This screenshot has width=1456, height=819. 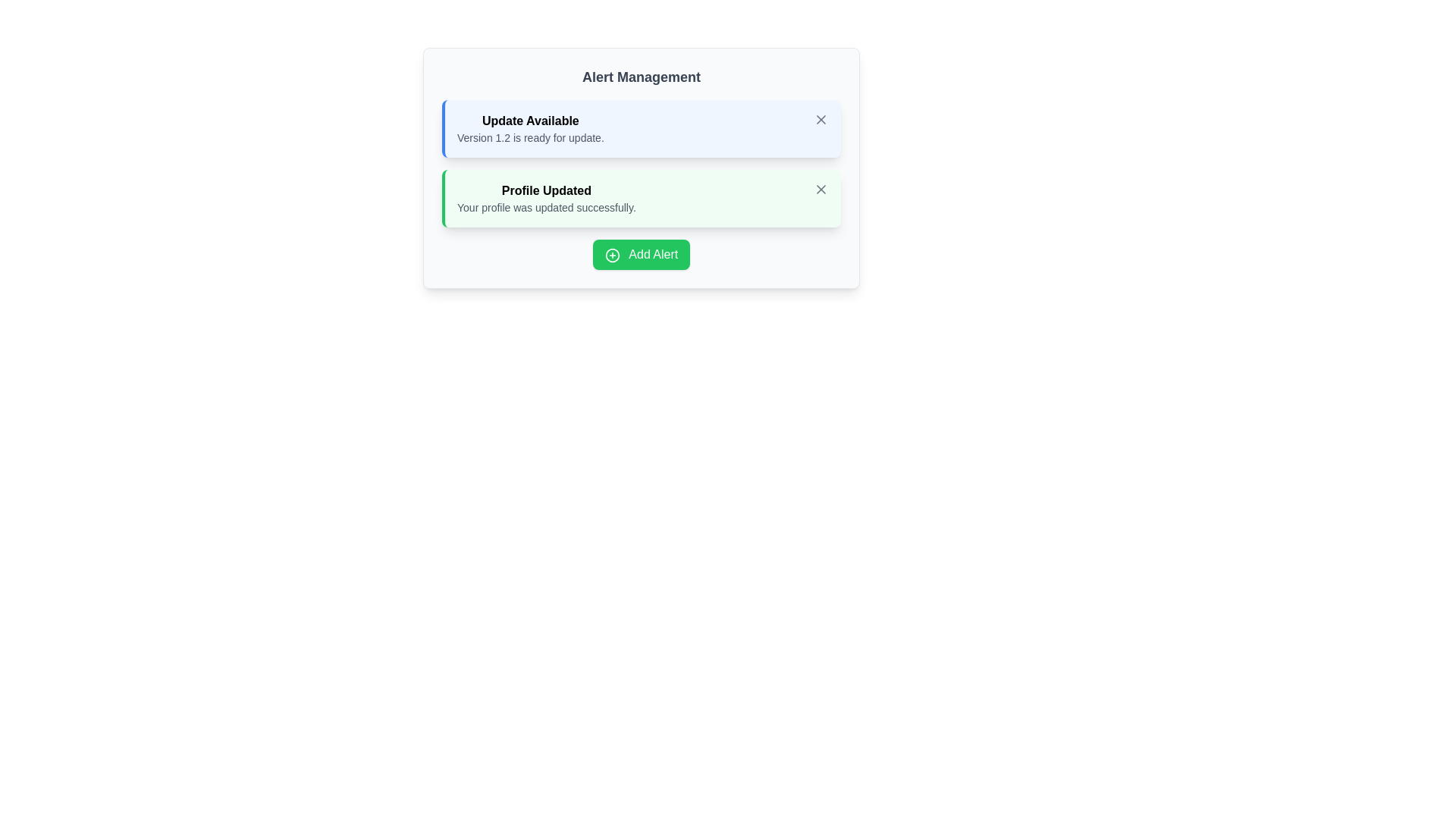 I want to click on the close icon in the top-right corner of the 'Update Available' notification card, so click(x=821, y=119).